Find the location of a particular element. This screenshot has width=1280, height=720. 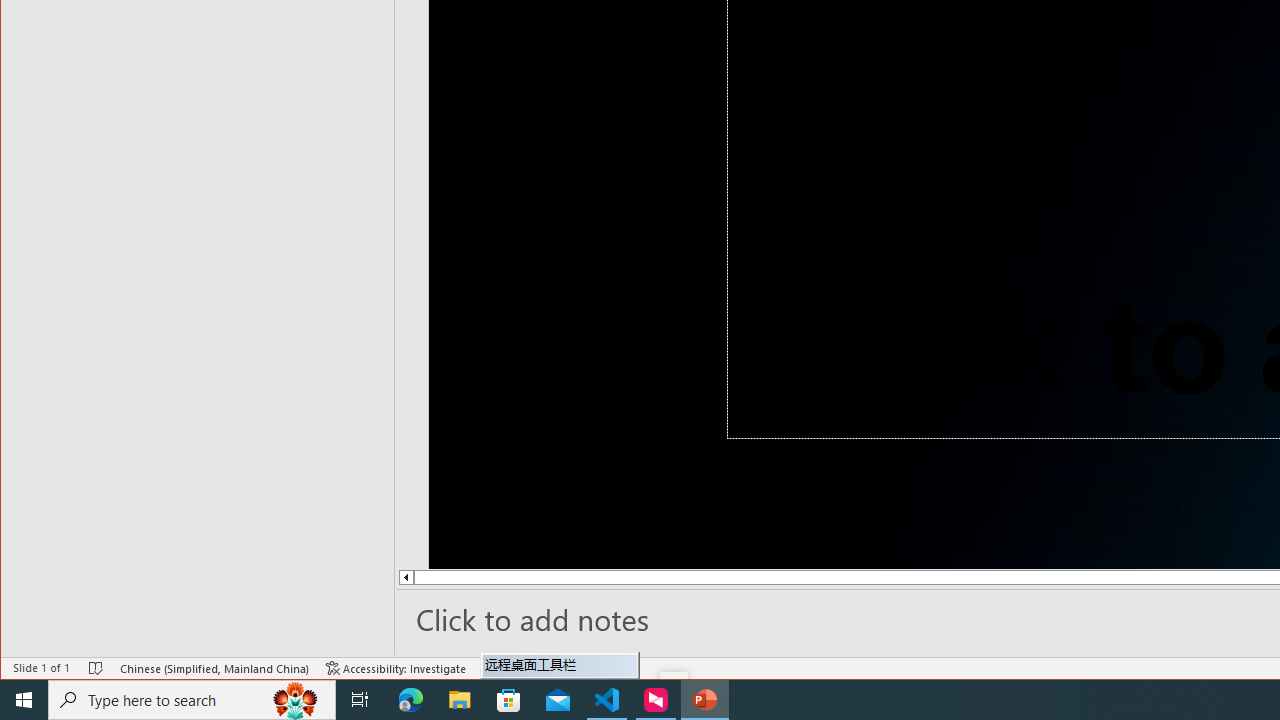

'Type here to search' is located at coordinates (192, 698).